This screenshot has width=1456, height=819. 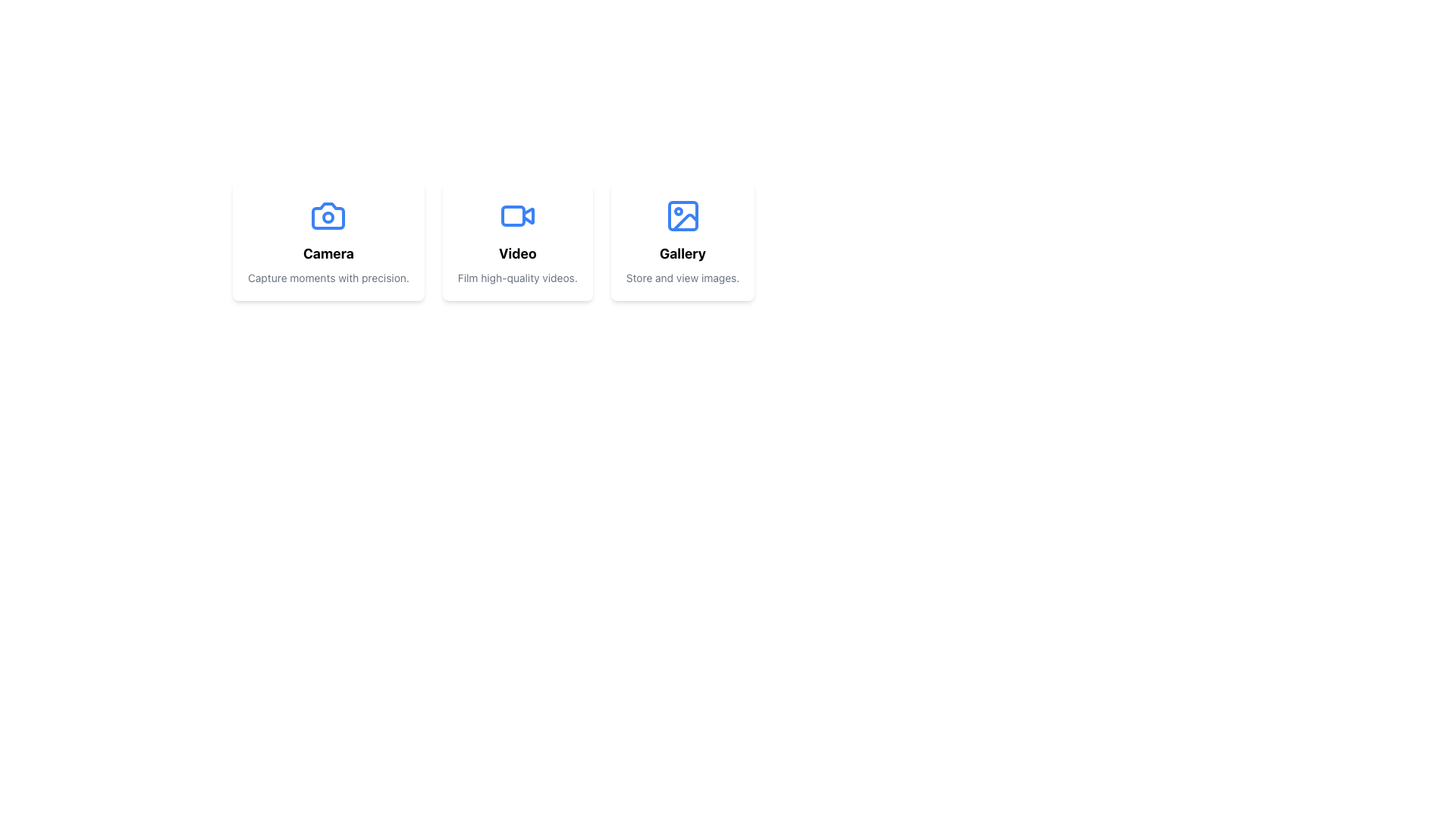 I want to click on the vector graphic icon located at the bottom-right area of the third card in a horizontal row of cards, so click(x=684, y=222).